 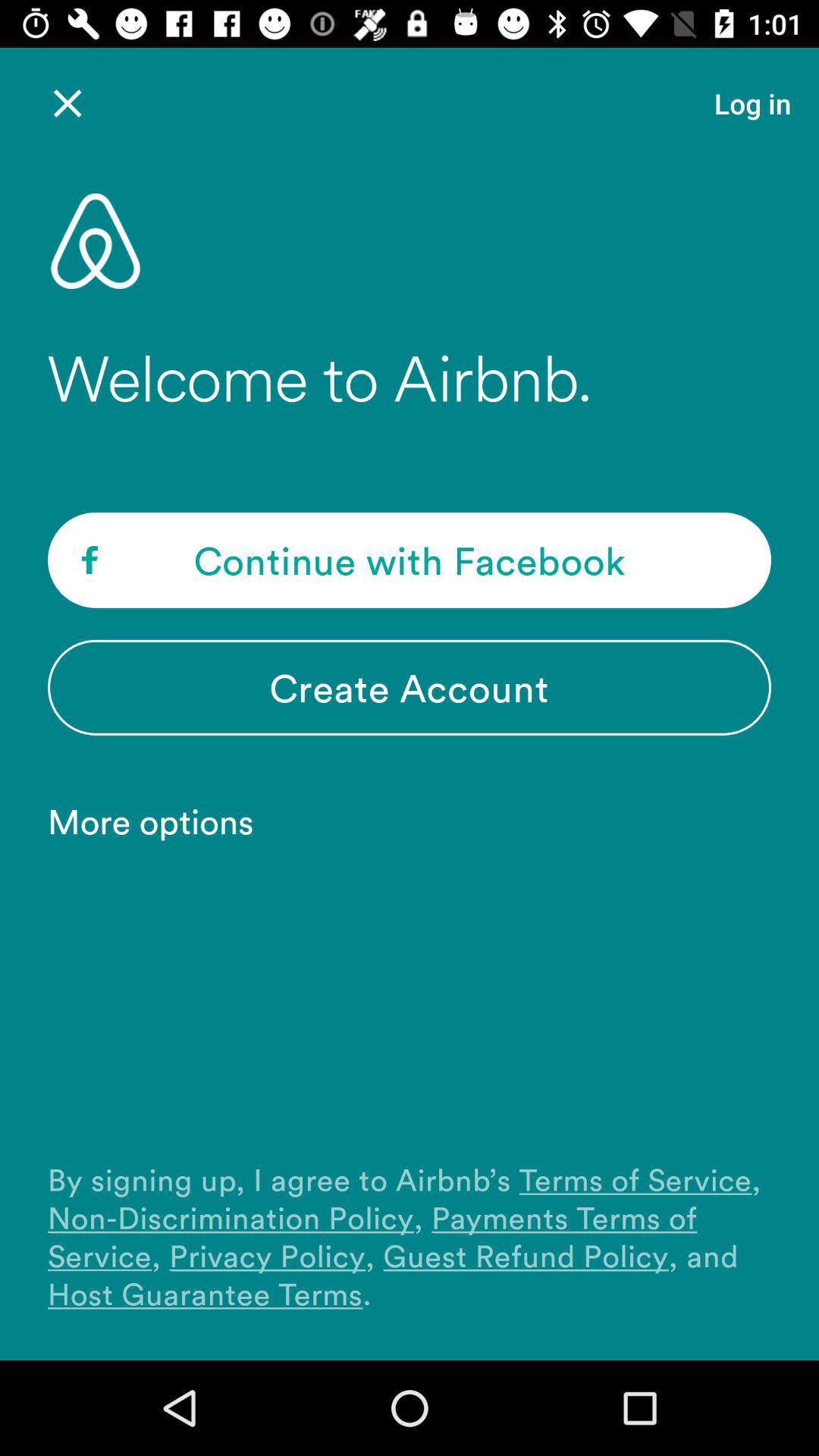 I want to click on the more options item, so click(x=158, y=820).